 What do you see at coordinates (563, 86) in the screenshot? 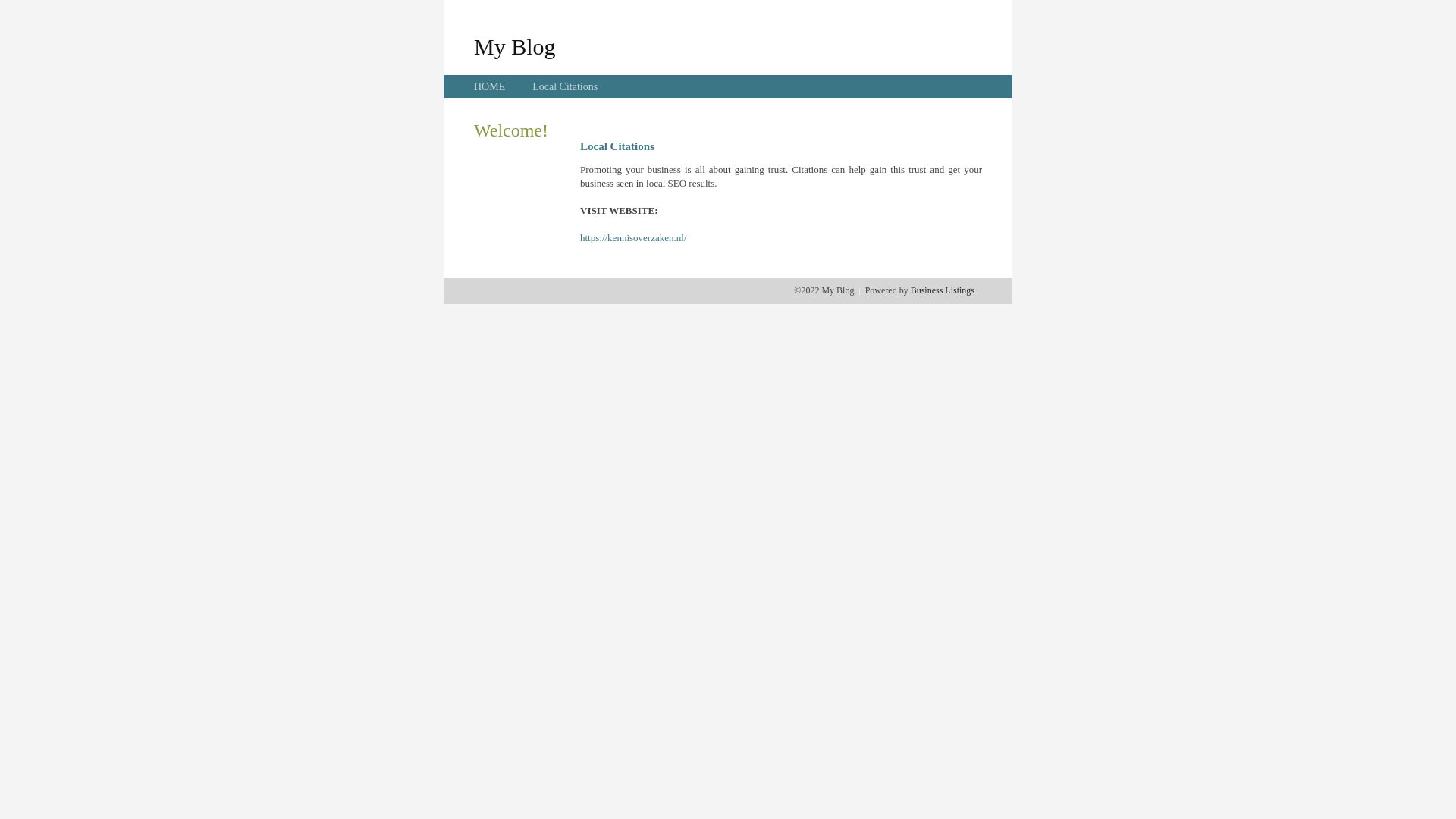
I see `'Local Citations'` at bounding box center [563, 86].